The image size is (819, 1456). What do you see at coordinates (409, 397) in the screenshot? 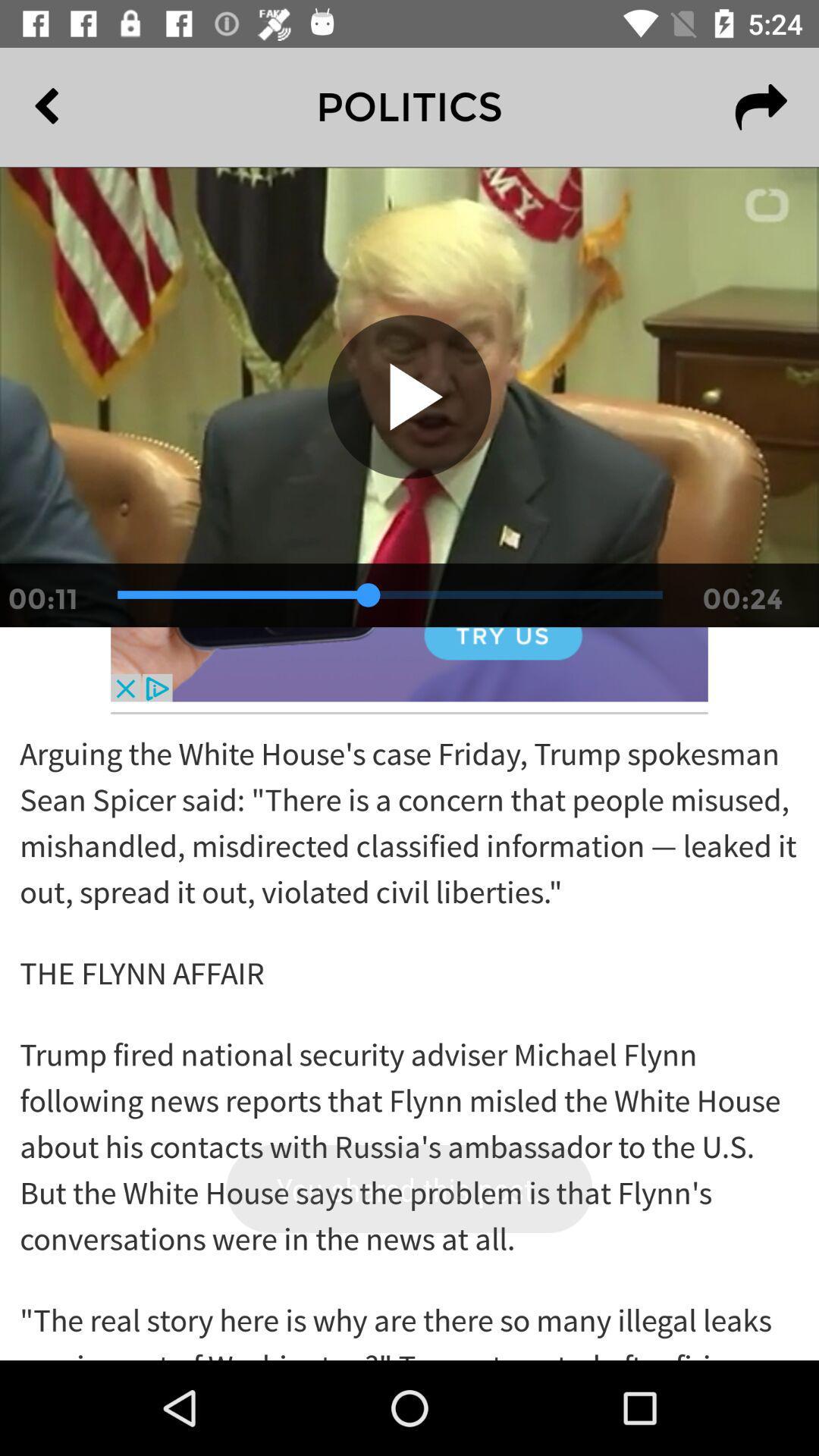
I see `play icon on the video below politics` at bounding box center [409, 397].